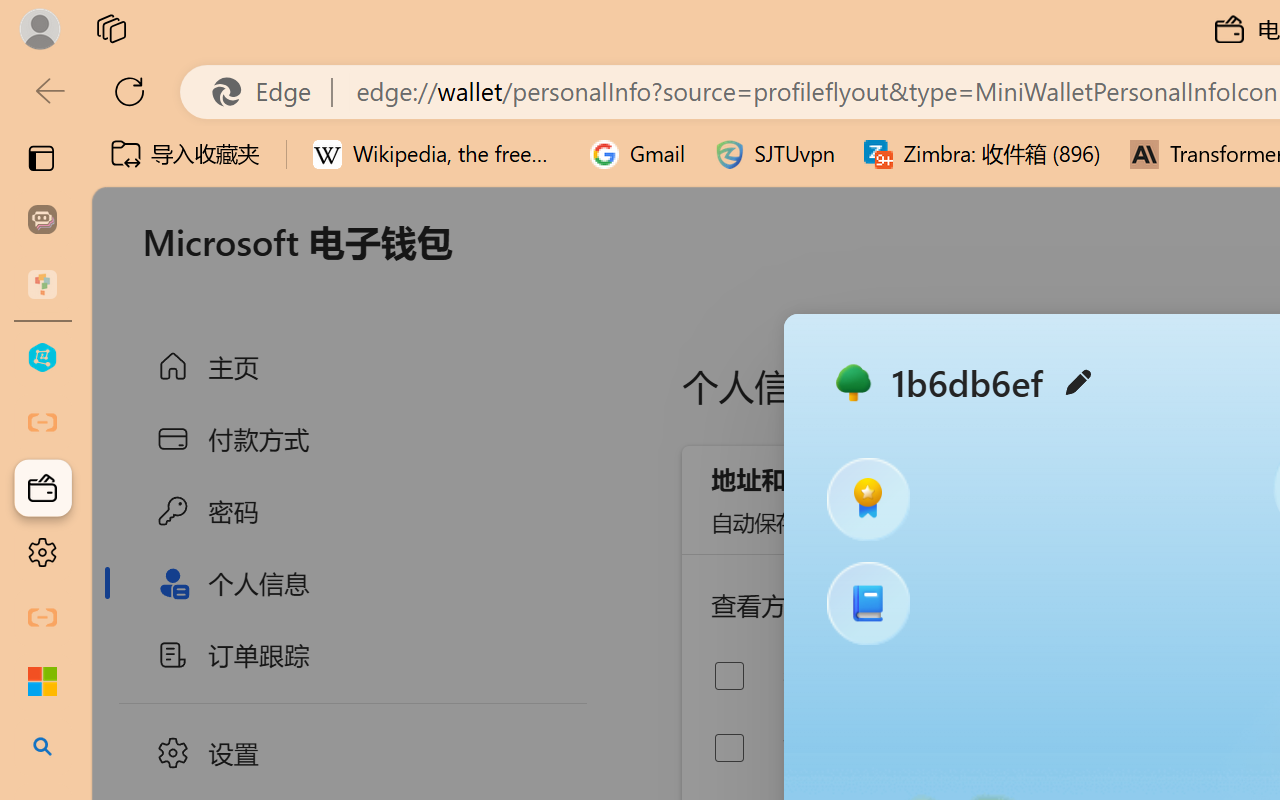 The image size is (1280, 800). I want to click on 'Gmail', so click(637, 154).